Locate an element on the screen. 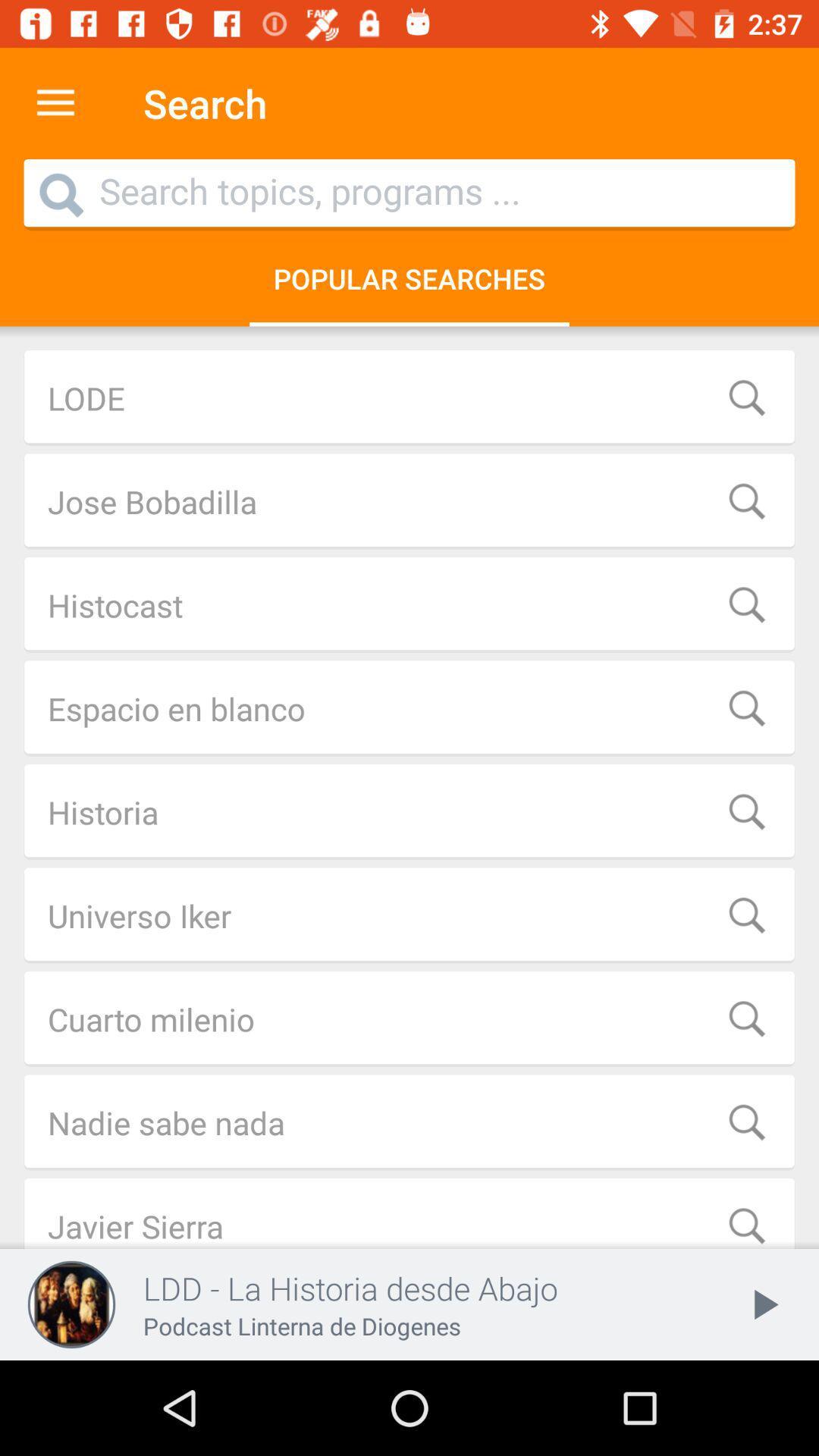  icon to the right of ldd la historia is located at coordinates (763, 1304).